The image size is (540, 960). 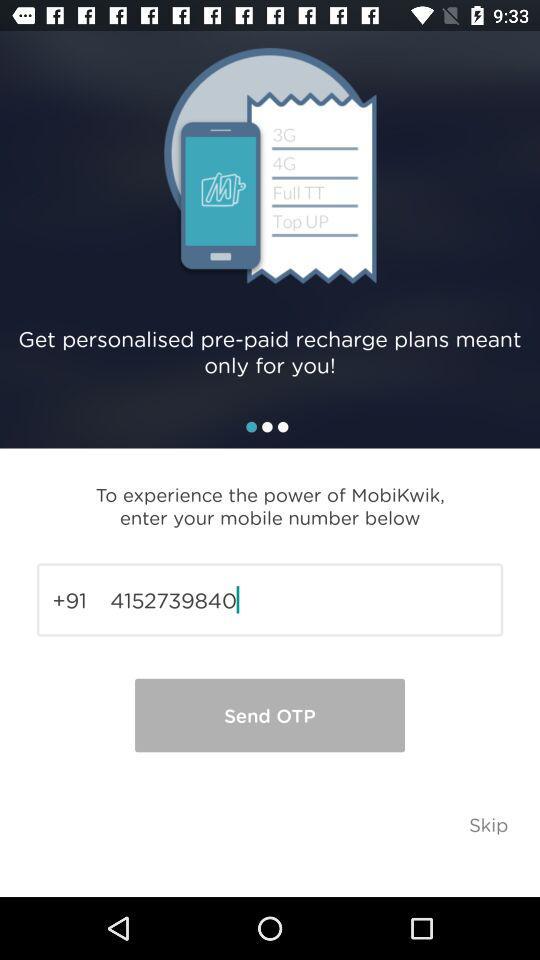 I want to click on the 4152739840 icon, so click(x=270, y=600).